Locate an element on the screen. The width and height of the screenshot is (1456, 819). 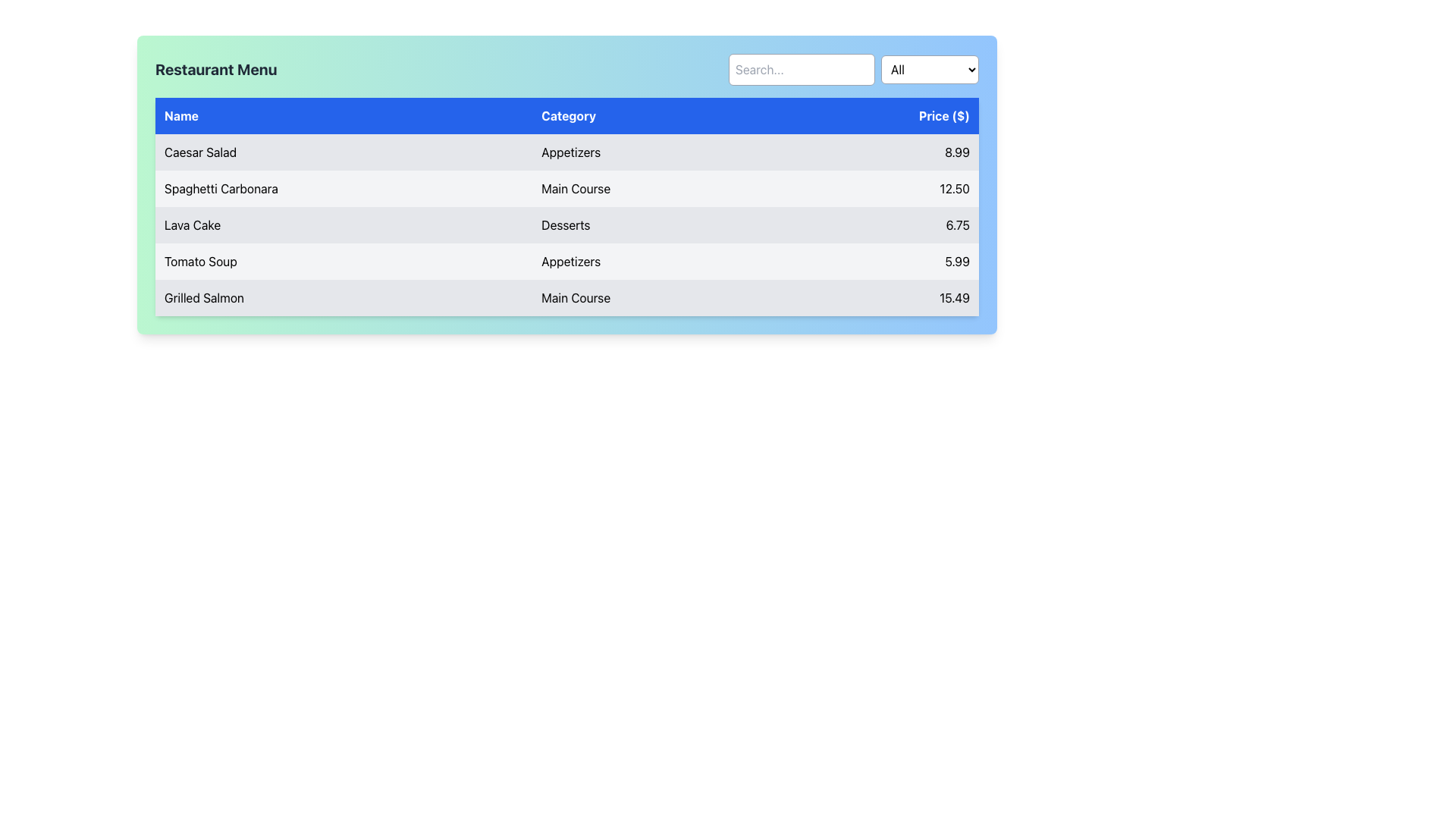
numerical value '15.49' displayed in the right-aligned light gray table row for 'Grilled Salmon' in the 'Price ($)' column is located at coordinates (880, 298).